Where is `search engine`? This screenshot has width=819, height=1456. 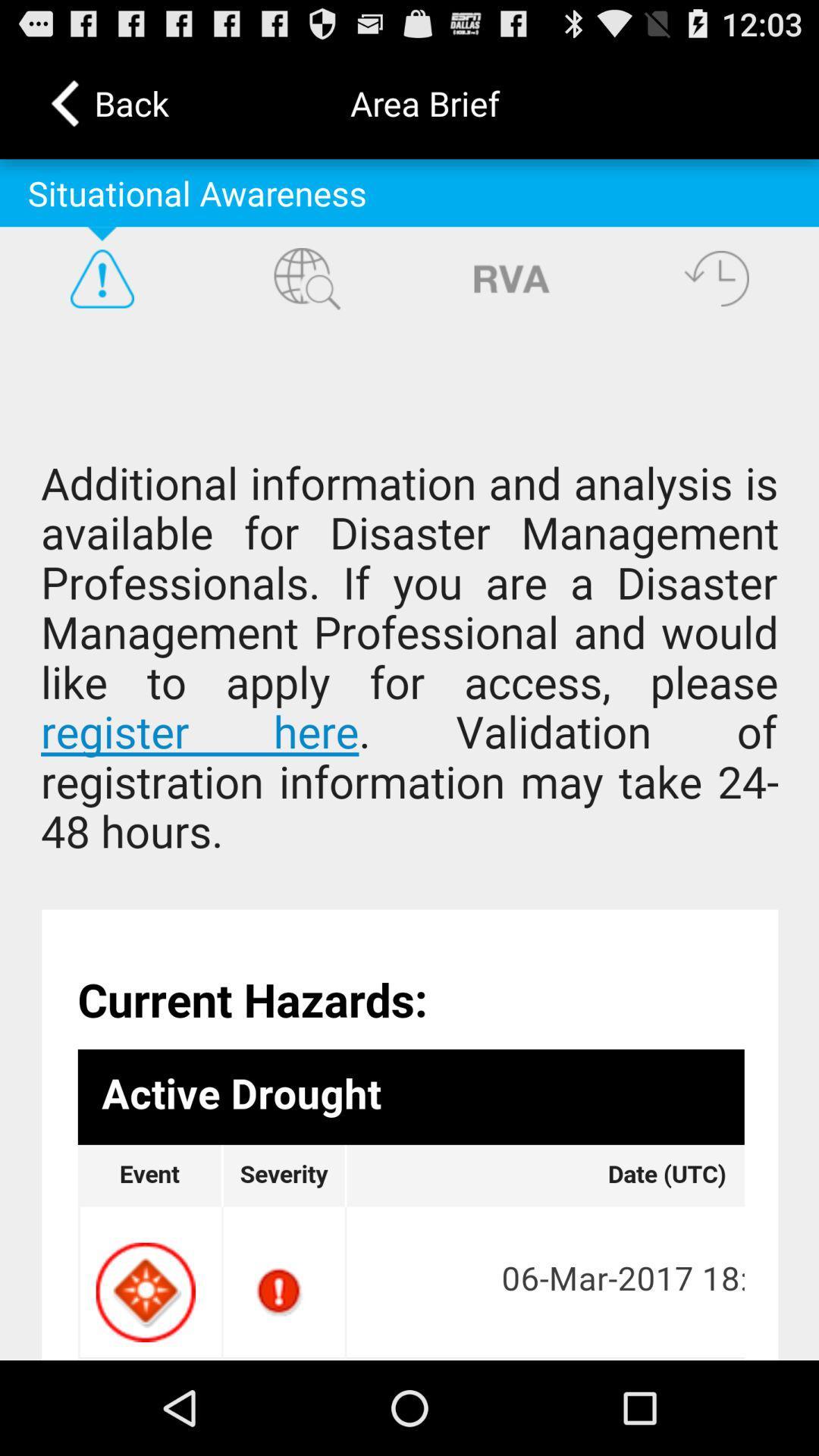 search engine is located at coordinates (307, 278).